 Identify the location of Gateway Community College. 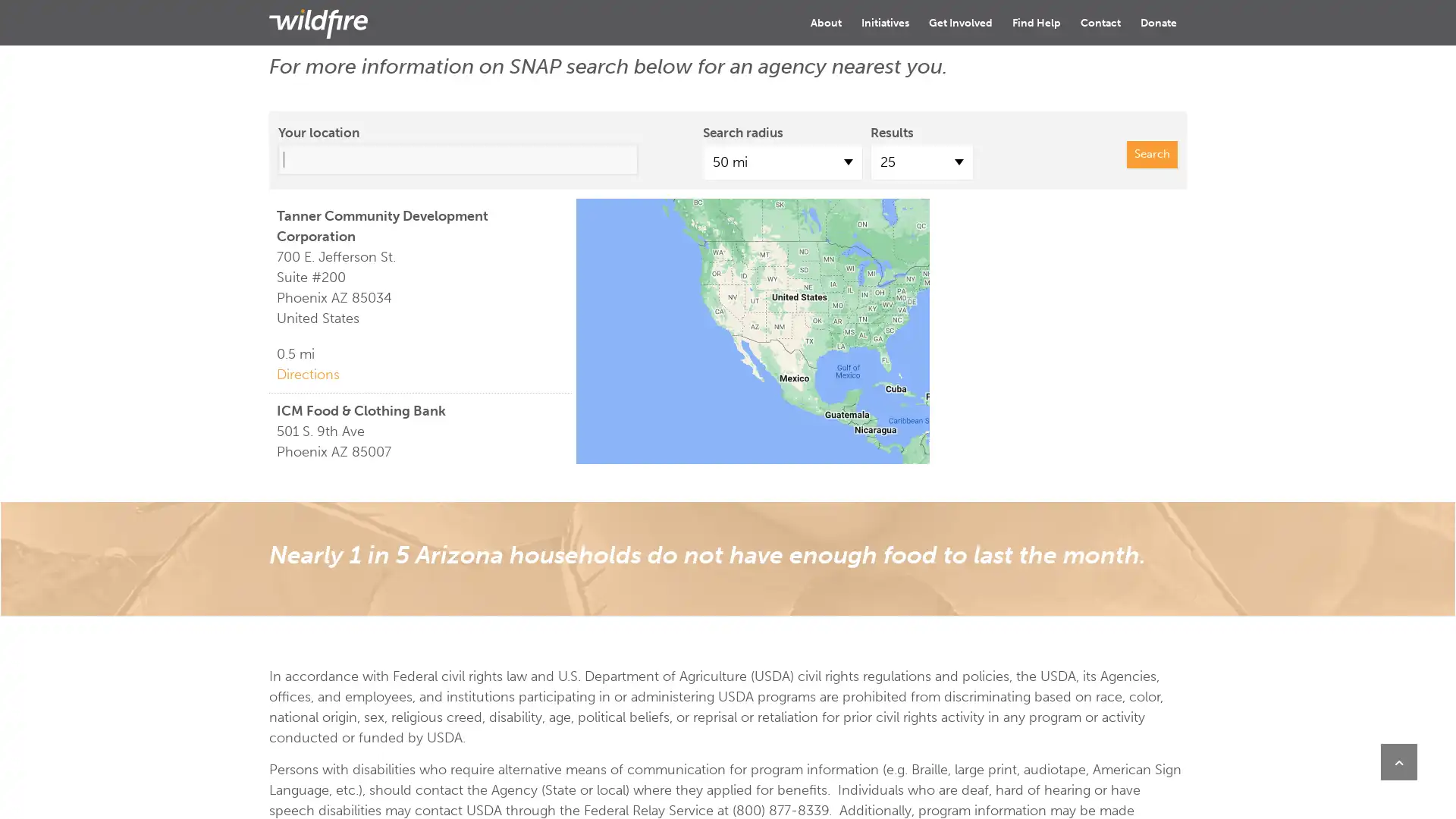
(884, 328).